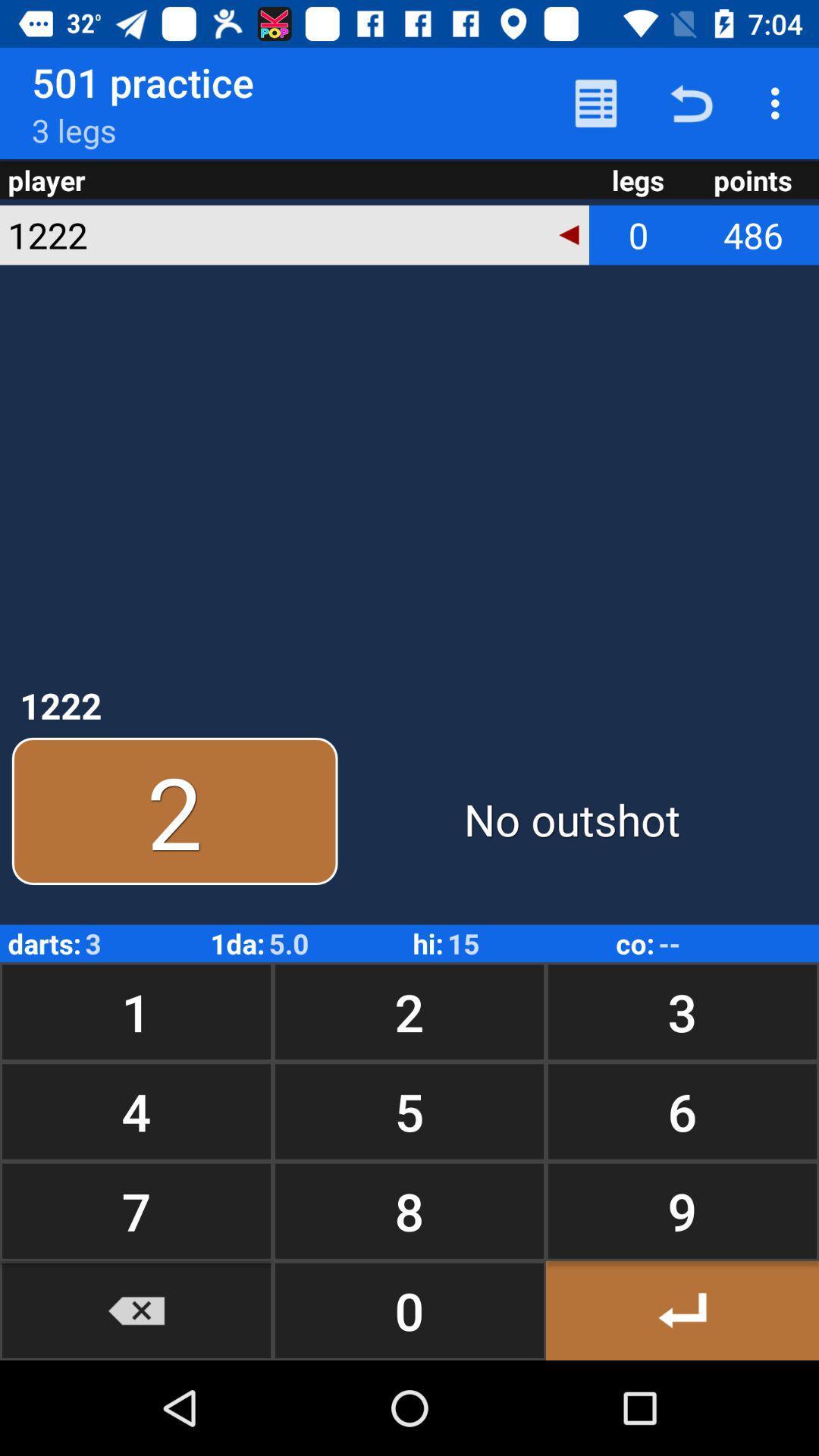 This screenshot has width=819, height=1456. I want to click on go back, so click(681, 1310).